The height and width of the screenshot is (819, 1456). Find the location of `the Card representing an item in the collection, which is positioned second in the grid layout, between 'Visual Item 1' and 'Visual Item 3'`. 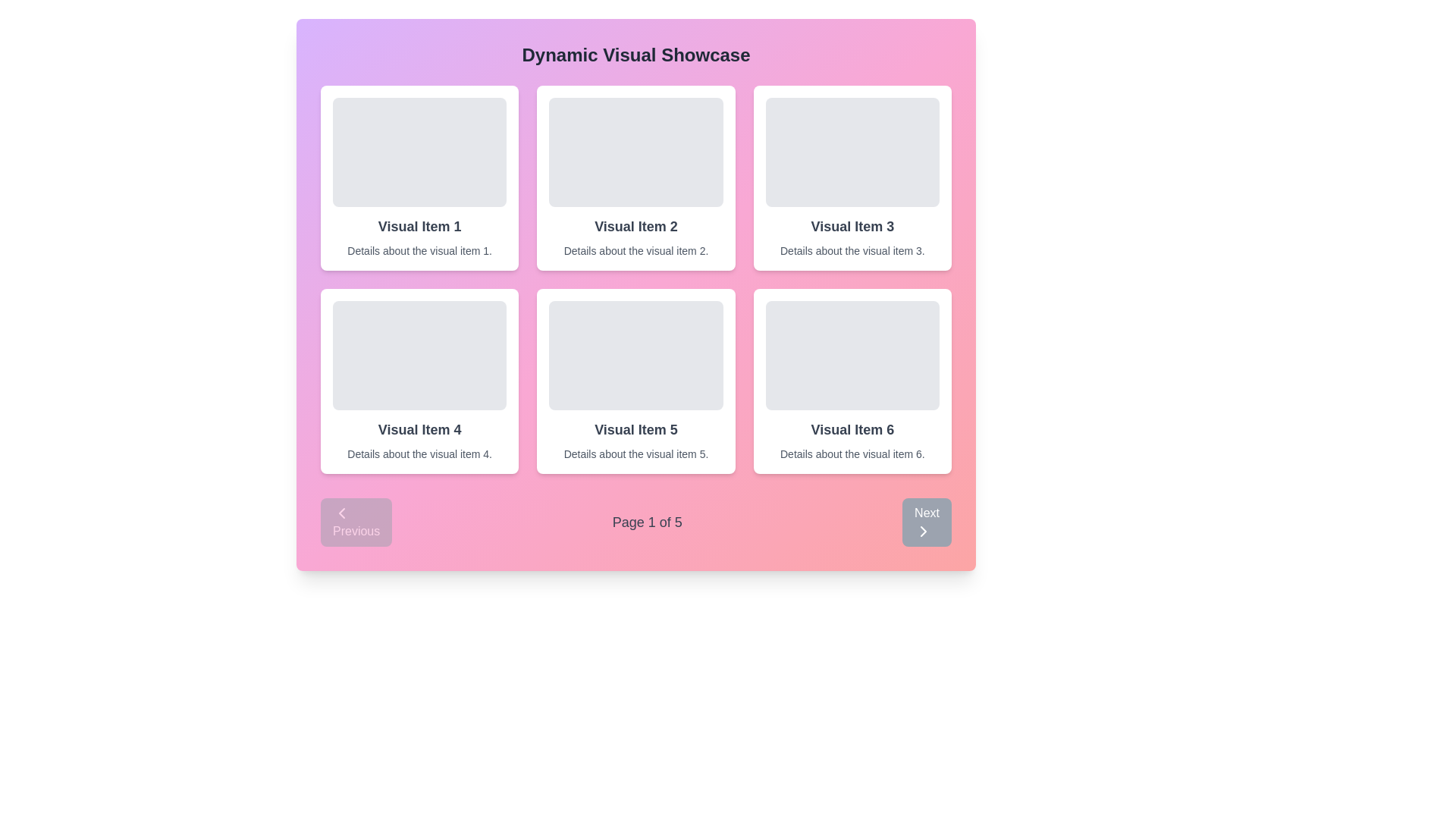

the Card representing an item in the collection, which is positioned second in the grid layout, between 'Visual Item 1' and 'Visual Item 3' is located at coordinates (636, 177).